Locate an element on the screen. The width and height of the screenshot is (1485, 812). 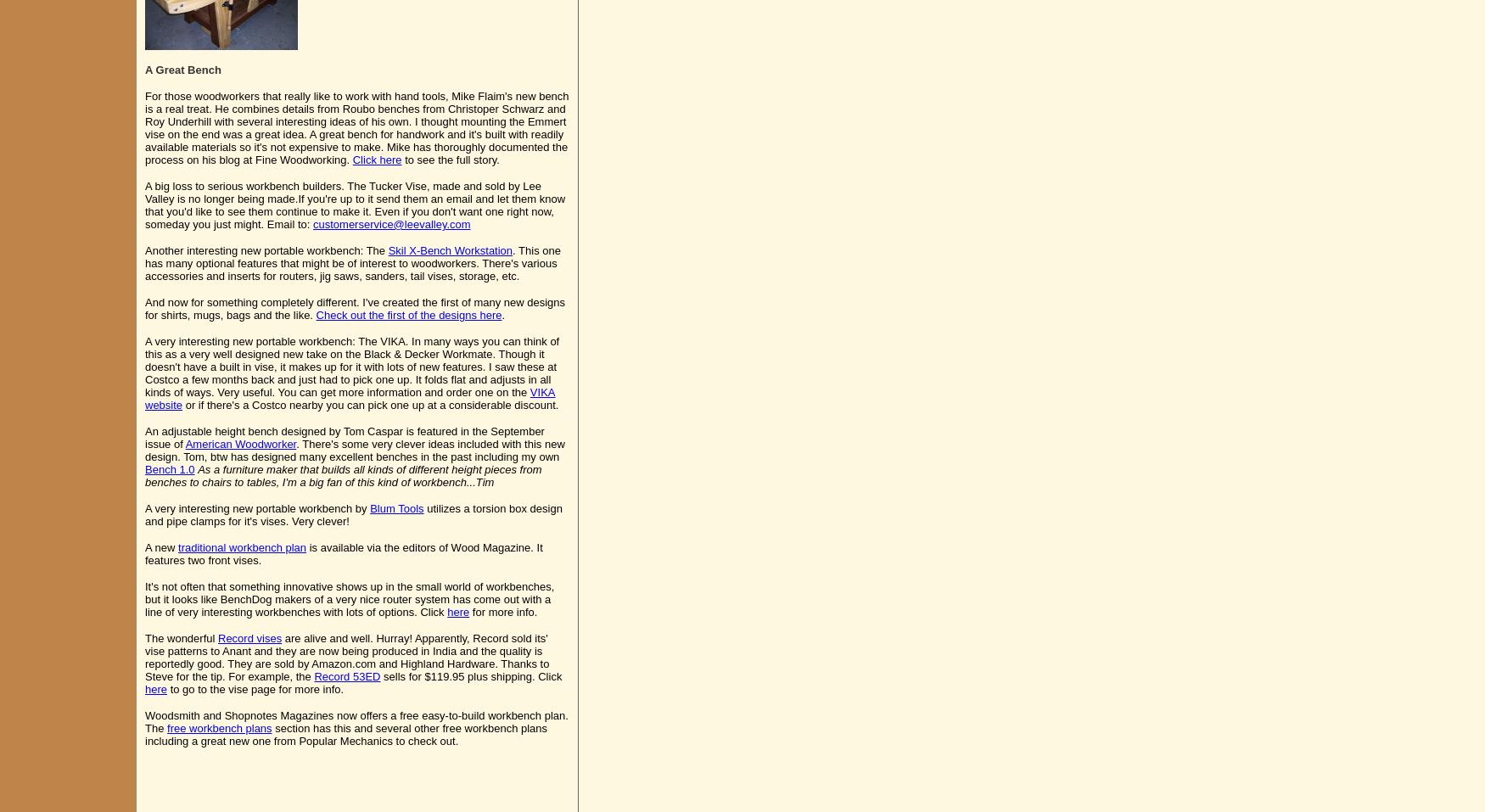
'VIKA website' is located at coordinates (349, 397).